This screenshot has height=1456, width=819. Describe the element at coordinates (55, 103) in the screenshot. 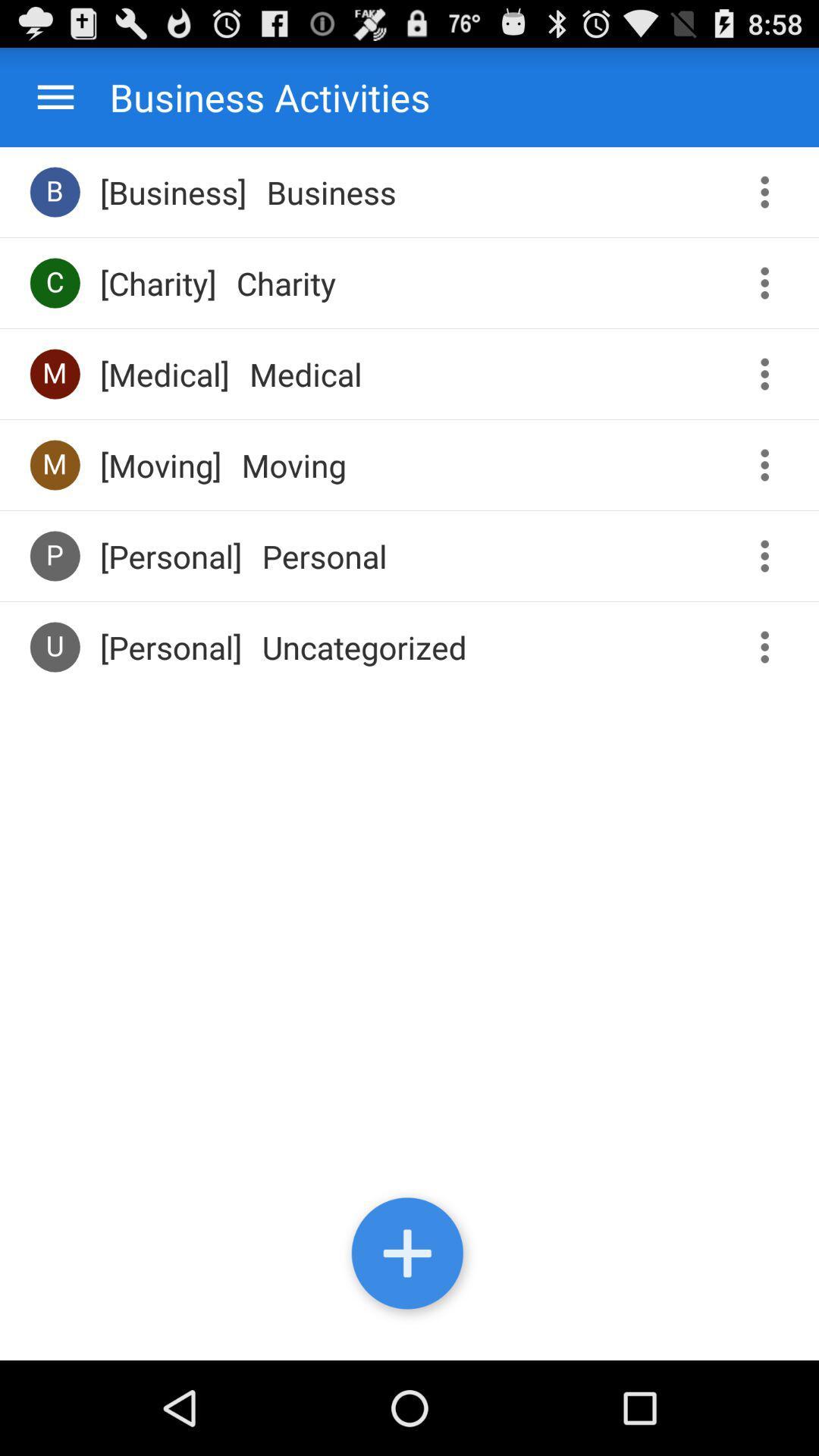

I see `the menu icon` at that location.